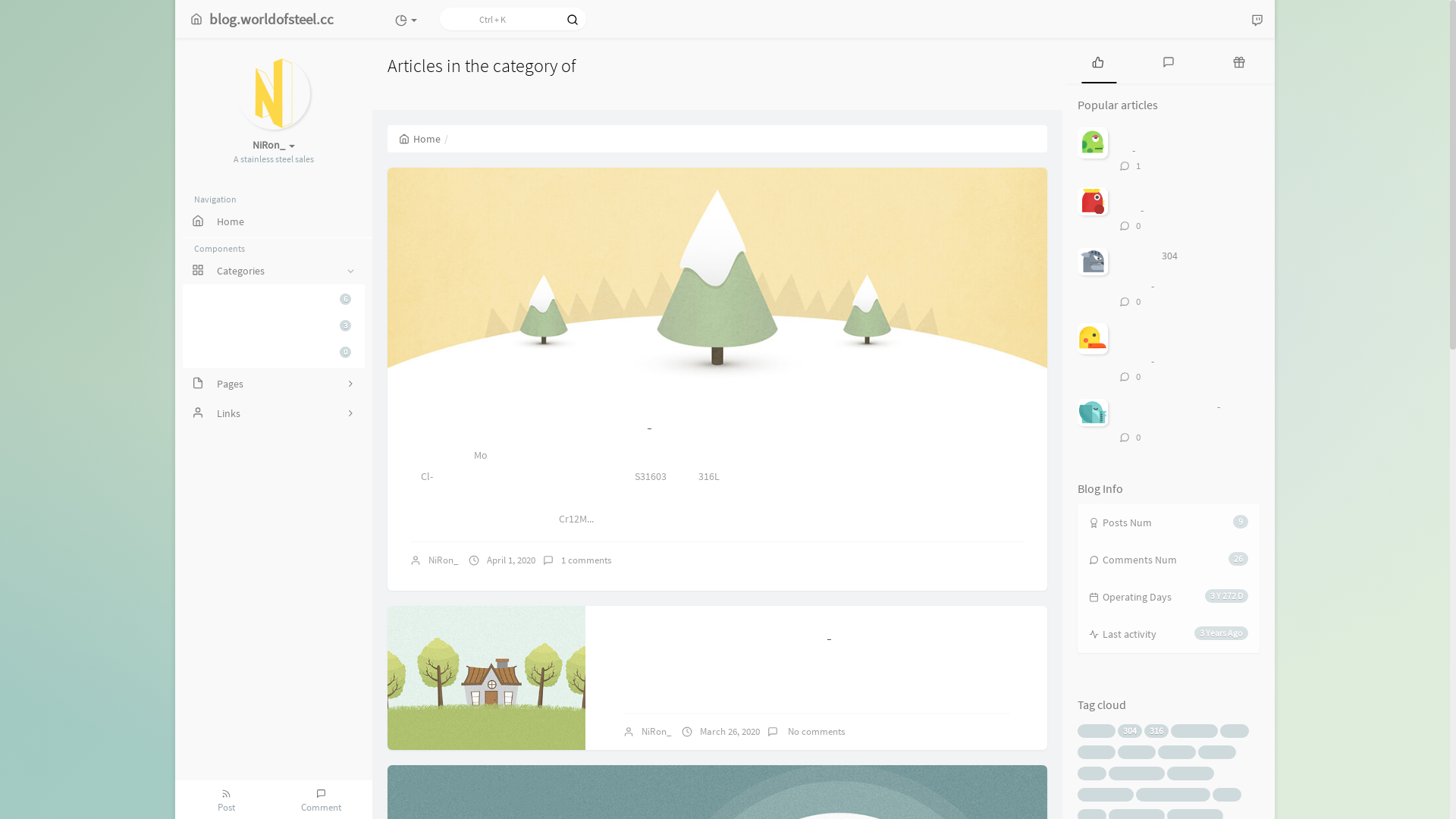 This screenshot has width=1456, height=819. I want to click on 'Random articles', so click(1239, 60).